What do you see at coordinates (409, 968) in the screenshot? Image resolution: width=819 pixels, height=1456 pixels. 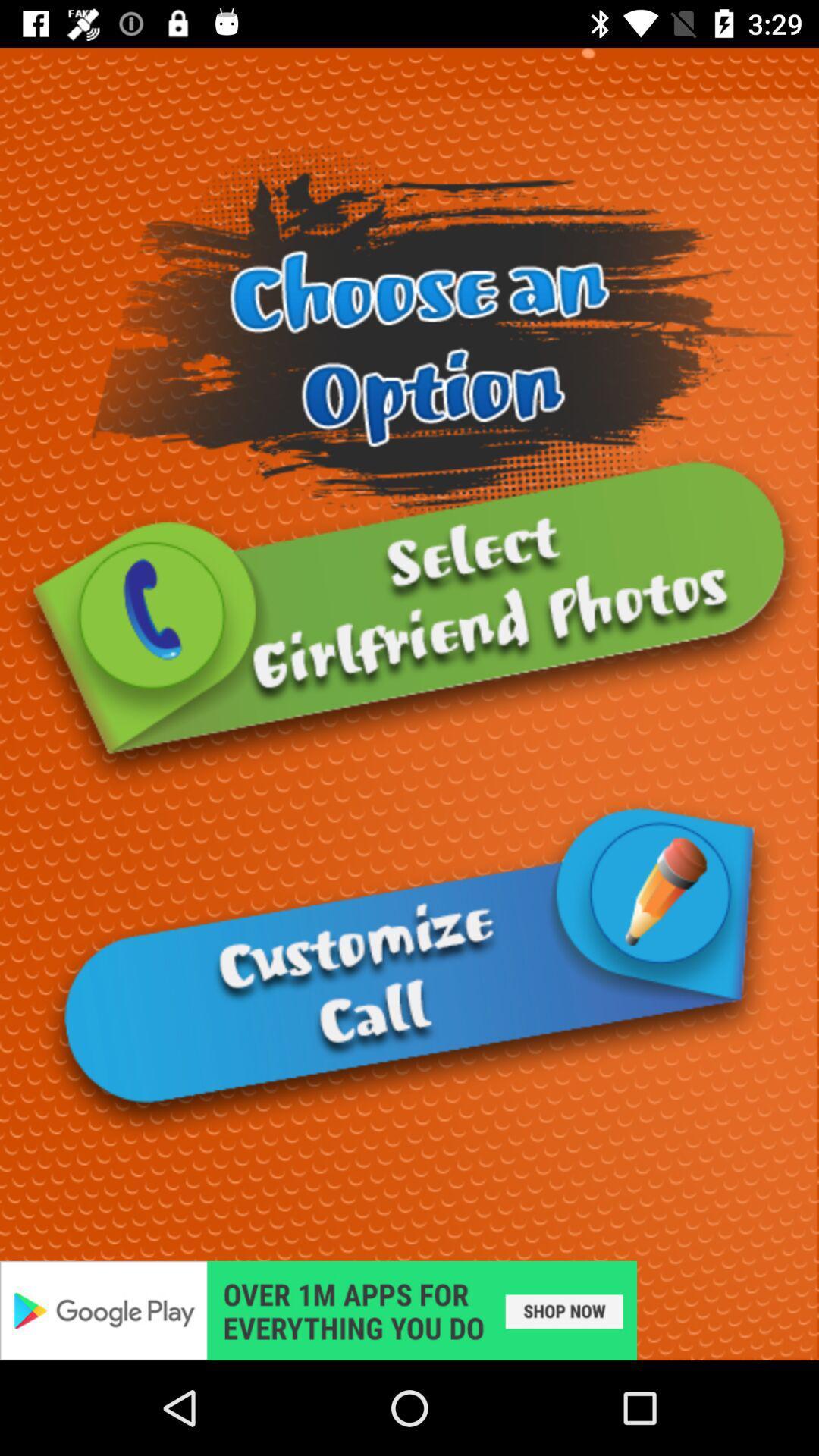 I see `customize phone call` at bounding box center [409, 968].